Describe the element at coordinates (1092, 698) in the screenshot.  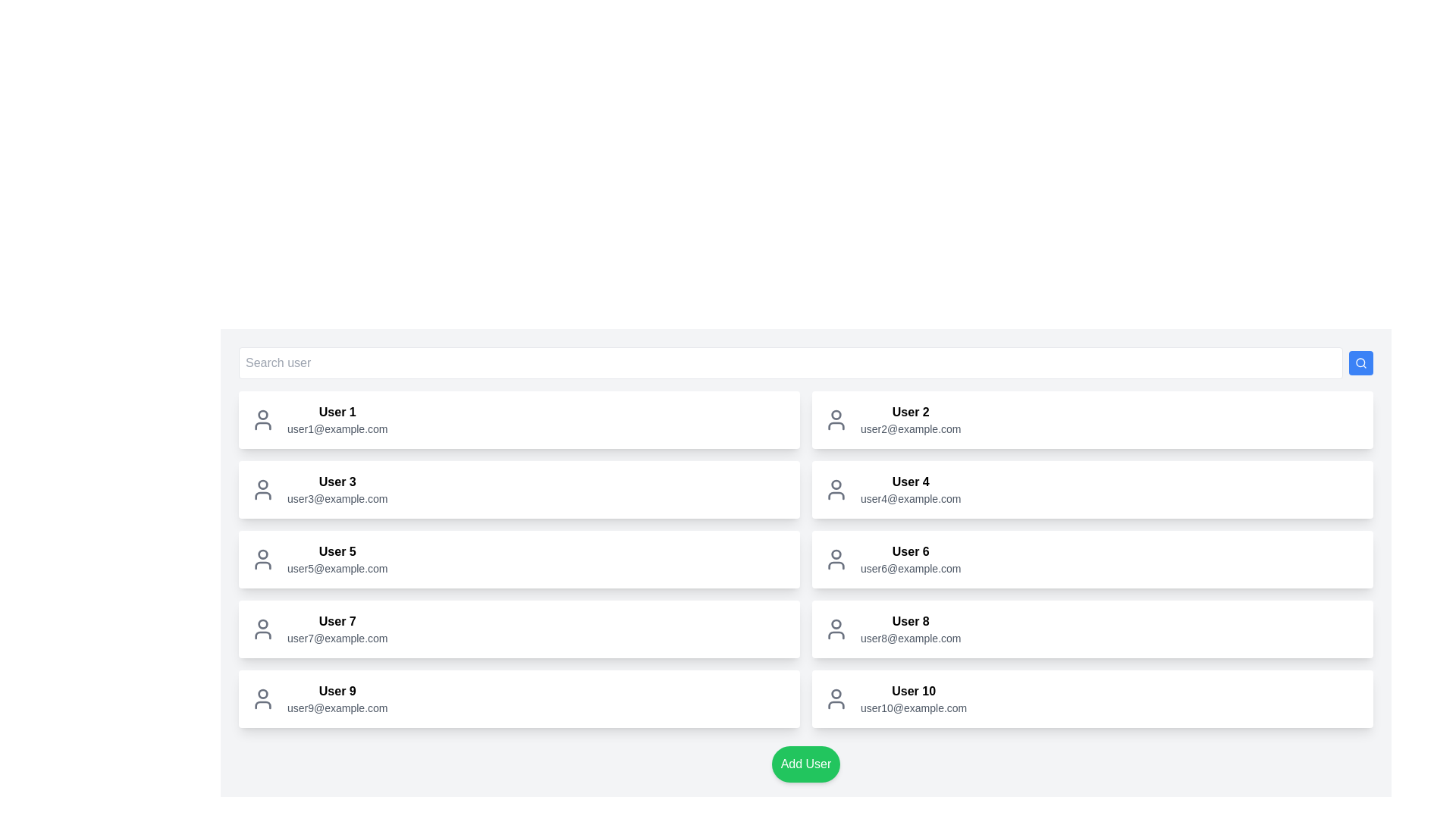
I see `the user card displaying 'User 10' and 'user10@example.com', which is located in the second column of the grid layout and is the last item in the fifth row` at that location.